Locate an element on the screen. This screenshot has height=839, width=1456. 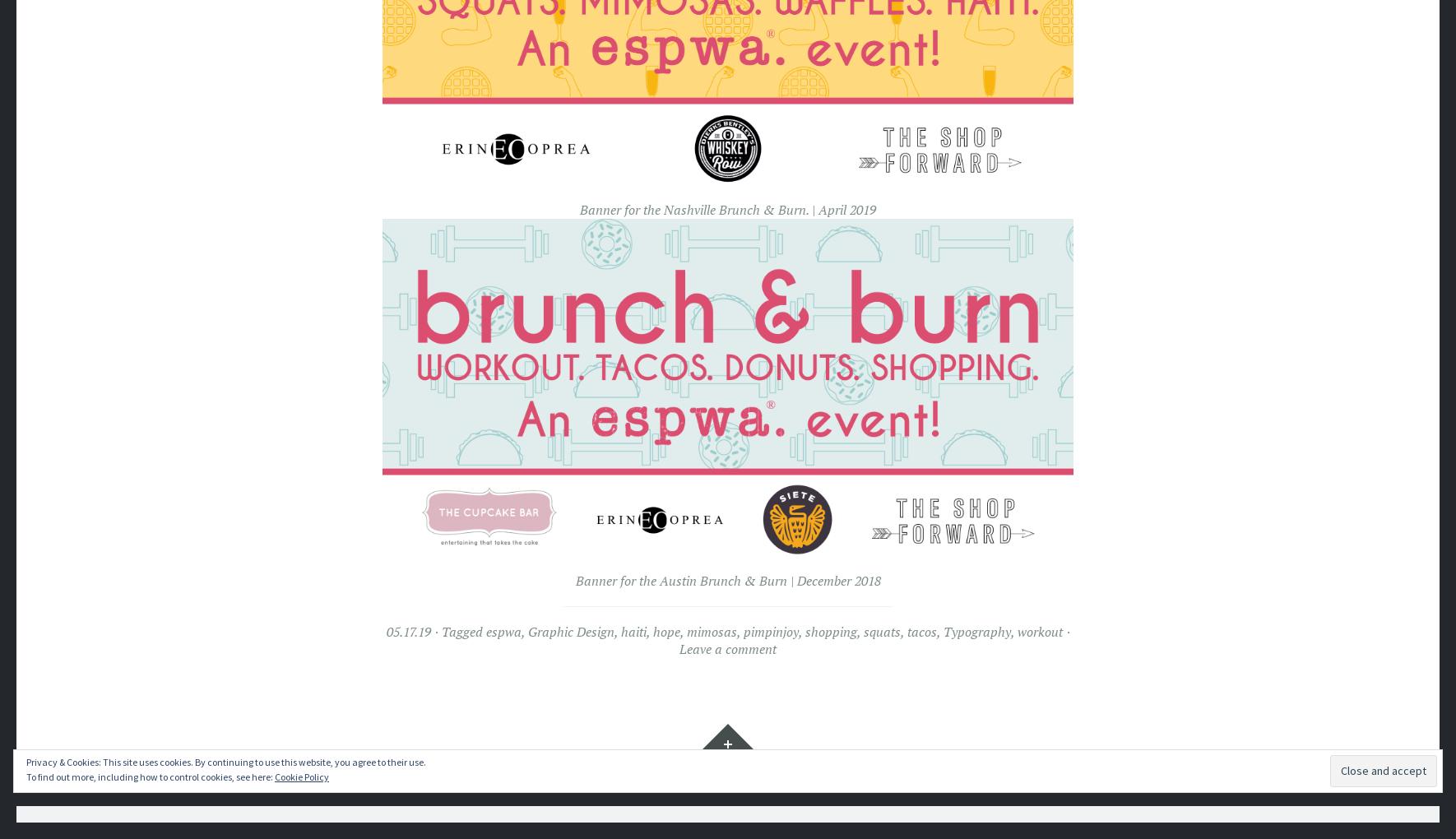
'hope' is located at coordinates (665, 630).